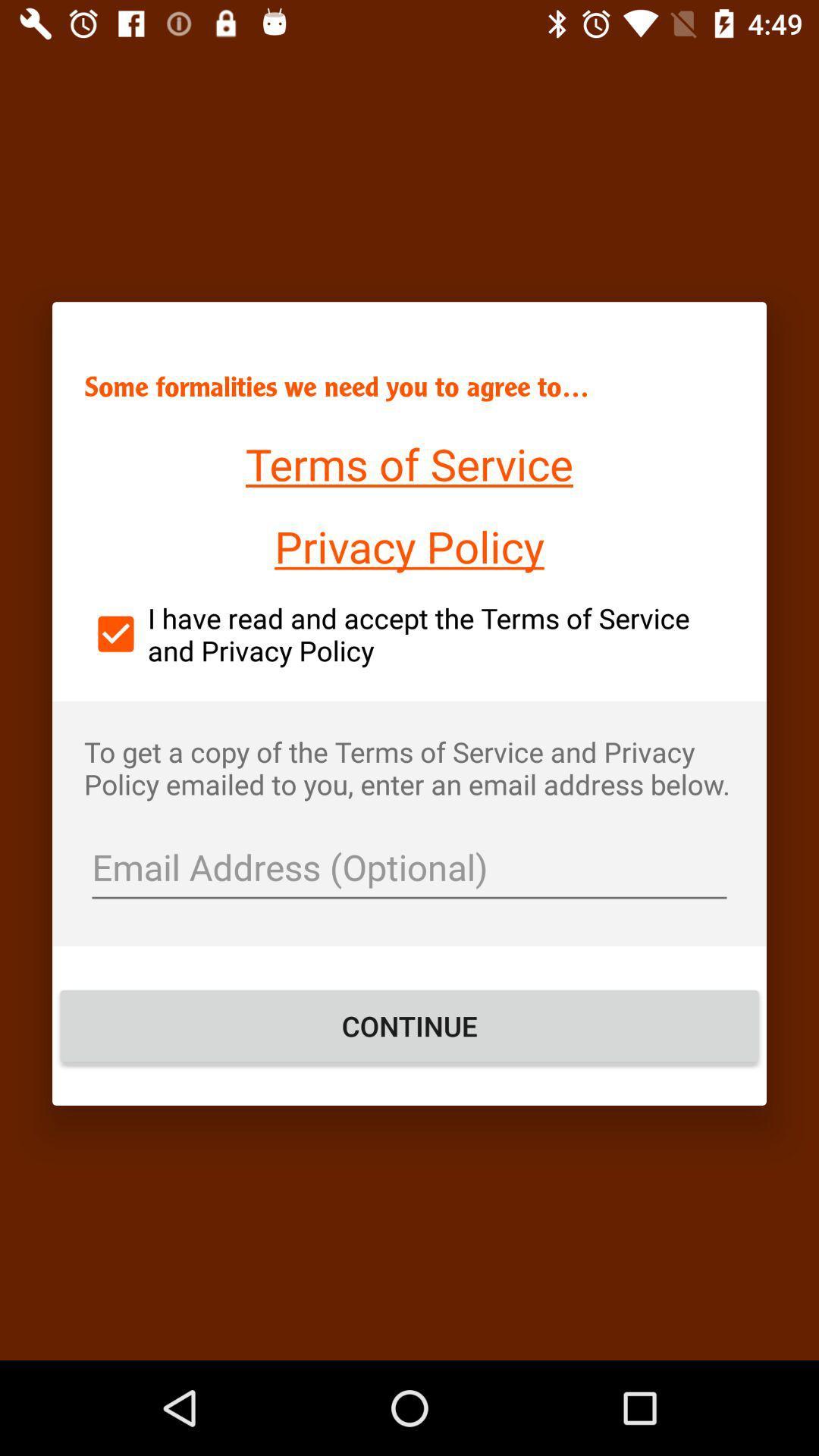 Image resolution: width=819 pixels, height=1456 pixels. I want to click on continue, so click(409, 1026).